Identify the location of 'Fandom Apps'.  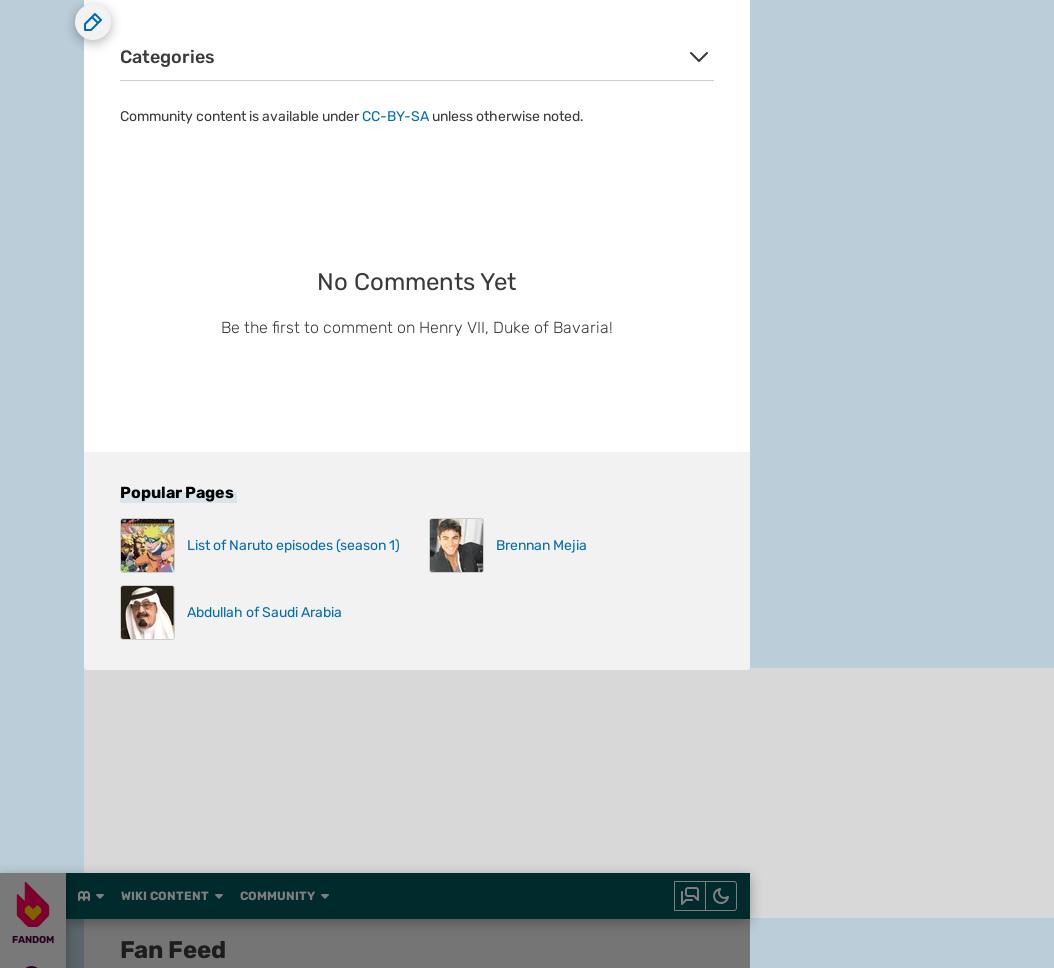
(83, 749).